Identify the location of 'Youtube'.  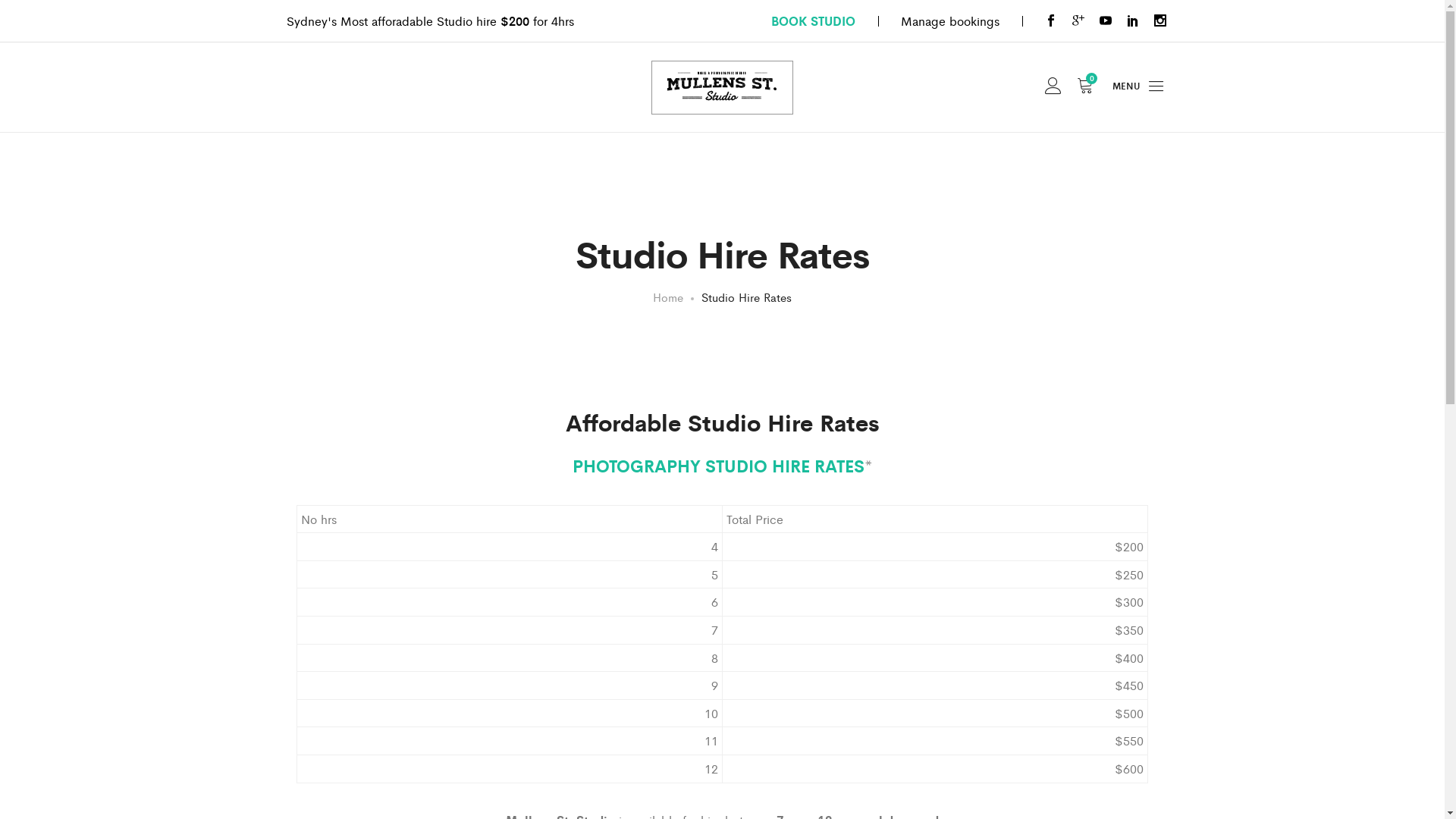
(1099, 20).